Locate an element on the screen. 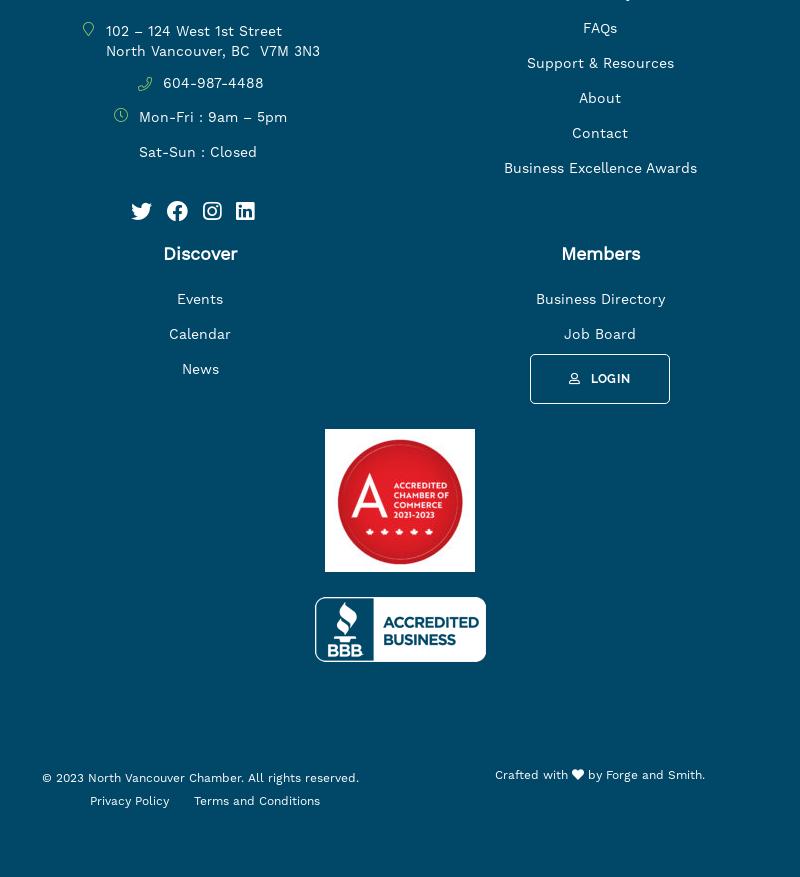  'Mon-Fri : 9am – 5pm' is located at coordinates (212, 115).